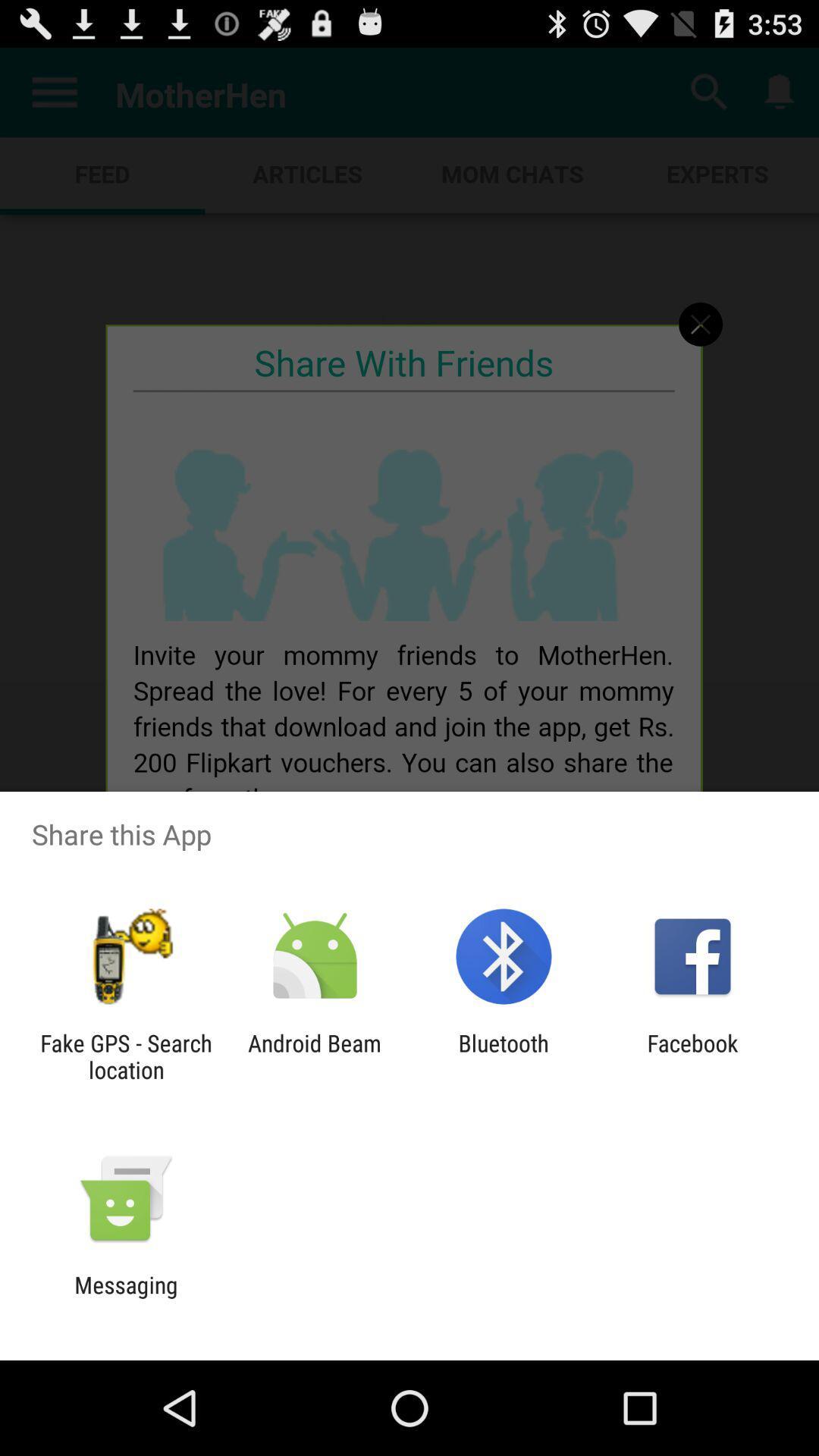 The image size is (819, 1456). What do you see at coordinates (314, 1056) in the screenshot?
I see `the android beam item` at bounding box center [314, 1056].